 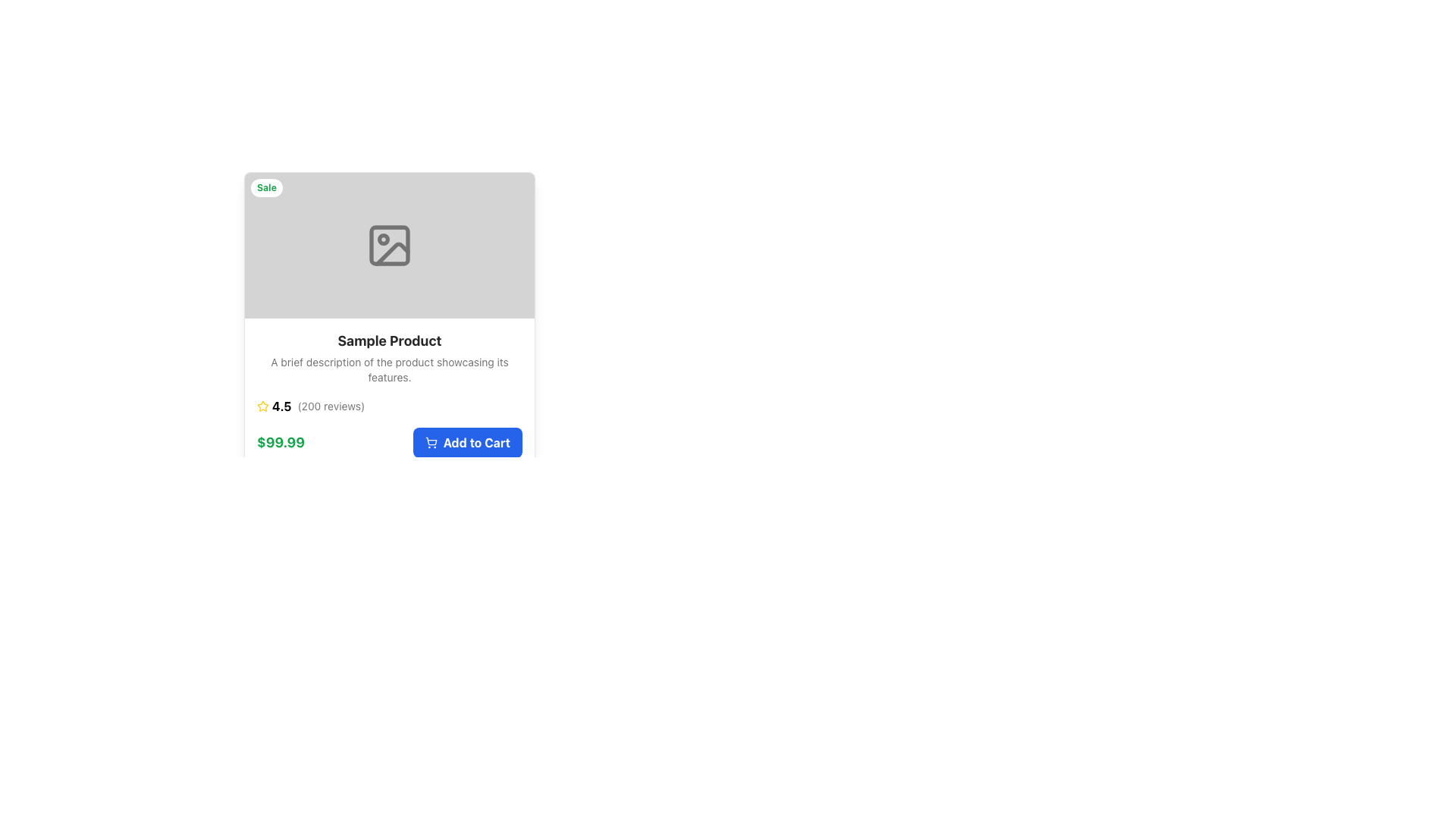 What do you see at coordinates (281, 442) in the screenshot?
I see `the text label displaying '$99.99' in bold green font, which is positioned to the left of the 'Add to Cart' button` at bounding box center [281, 442].